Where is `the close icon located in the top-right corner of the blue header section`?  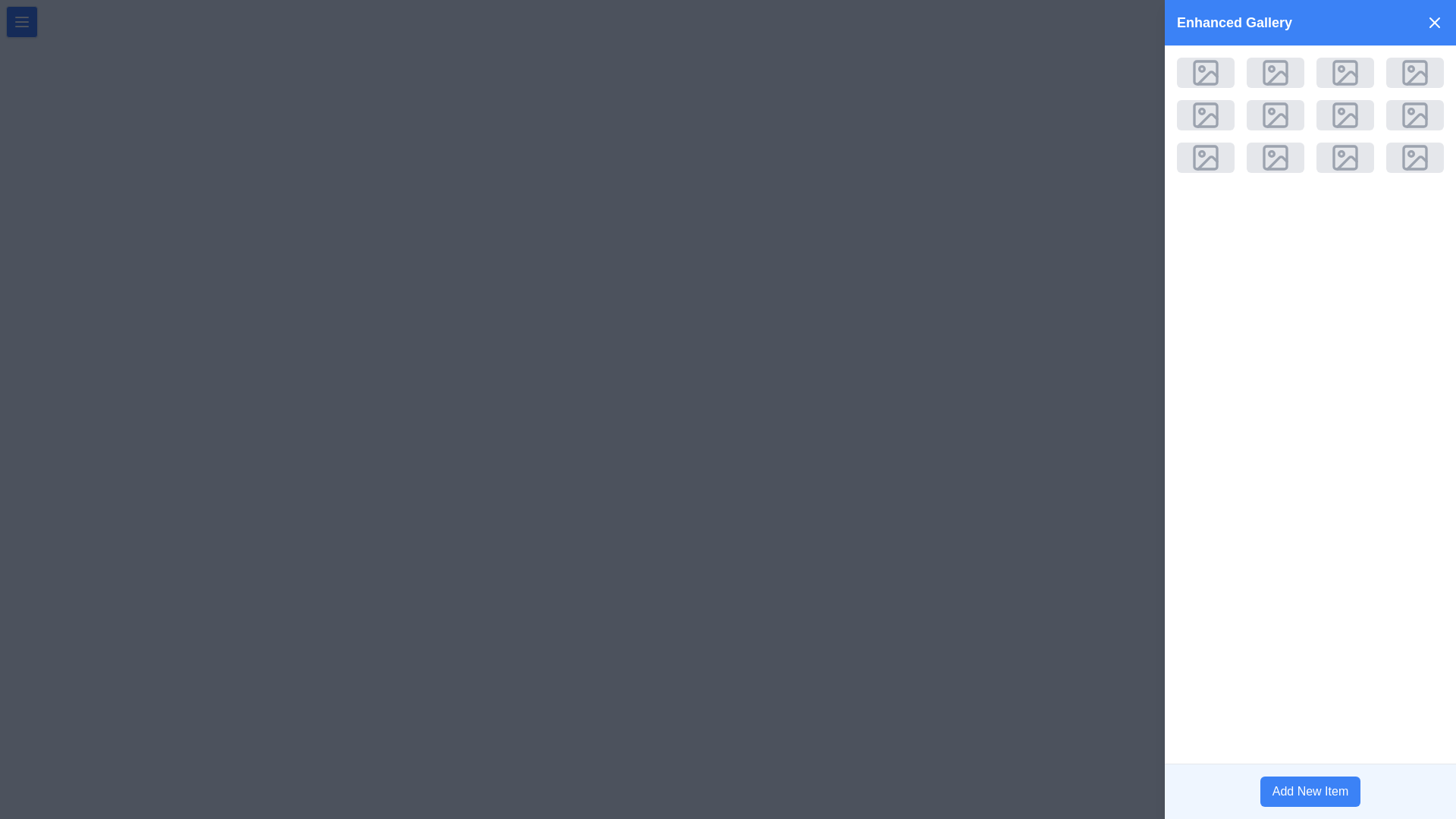 the close icon located in the top-right corner of the blue header section is located at coordinates (1433, 23).